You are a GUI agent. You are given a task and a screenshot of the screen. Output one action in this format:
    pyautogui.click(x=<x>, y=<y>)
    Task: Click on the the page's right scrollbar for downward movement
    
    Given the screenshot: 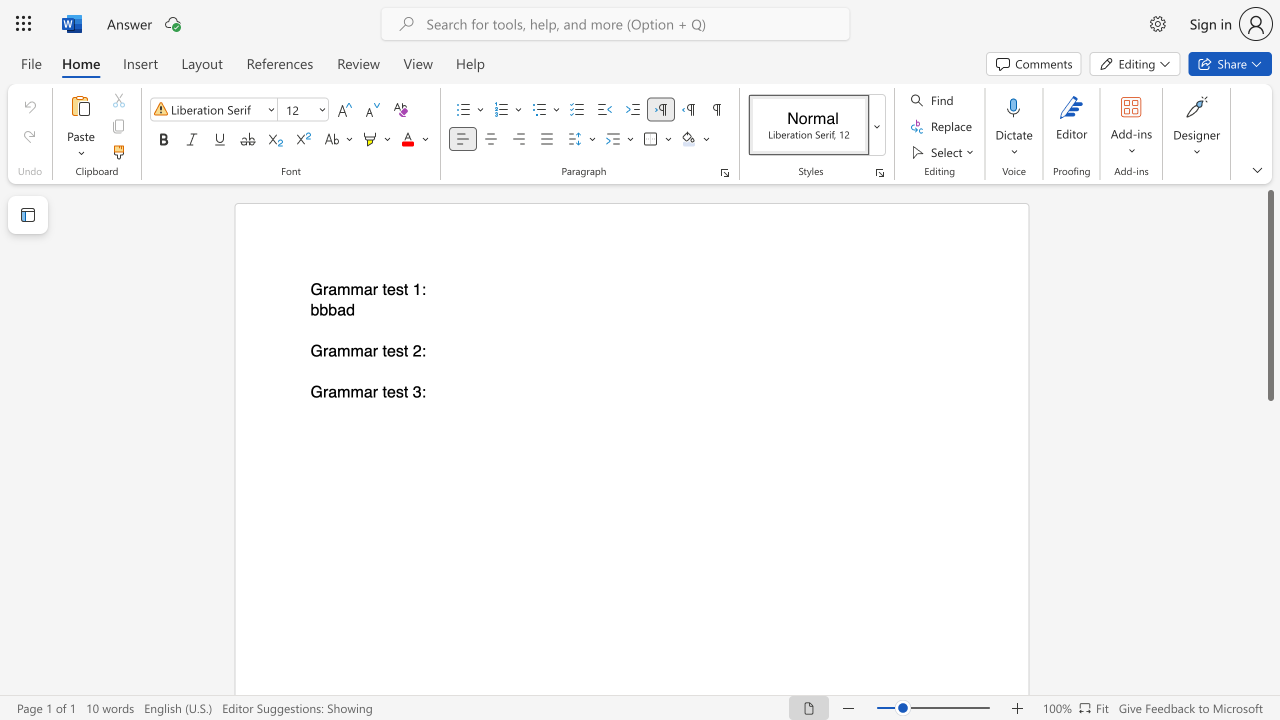 What is the action you would take?
    pyautogui.click(x=1269, y=428)
    